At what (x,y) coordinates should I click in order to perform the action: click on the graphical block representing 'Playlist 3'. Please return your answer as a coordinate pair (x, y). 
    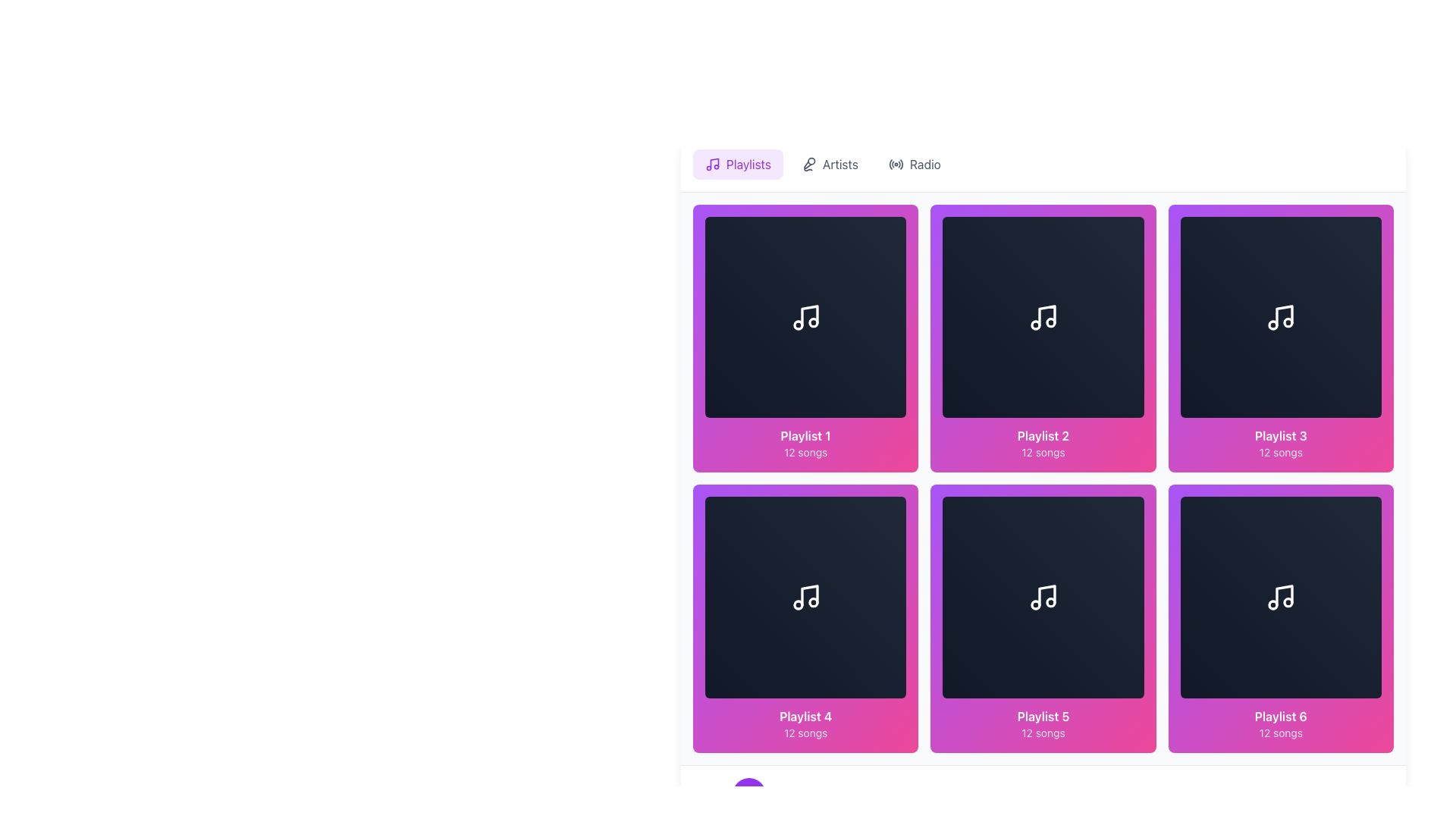
    Looking at the image, I should click on (1280, 315).